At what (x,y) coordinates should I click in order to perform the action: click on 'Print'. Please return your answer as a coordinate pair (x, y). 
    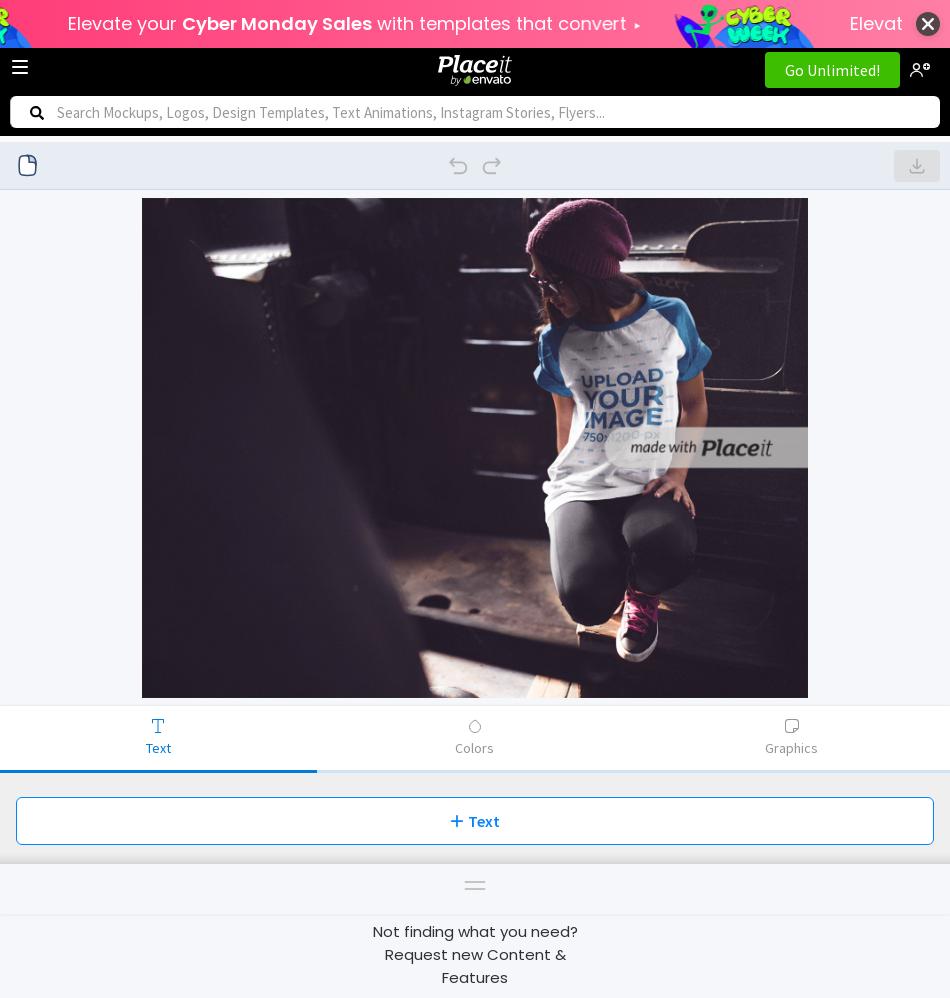
    Looking at the image, I should click on (835, 298).